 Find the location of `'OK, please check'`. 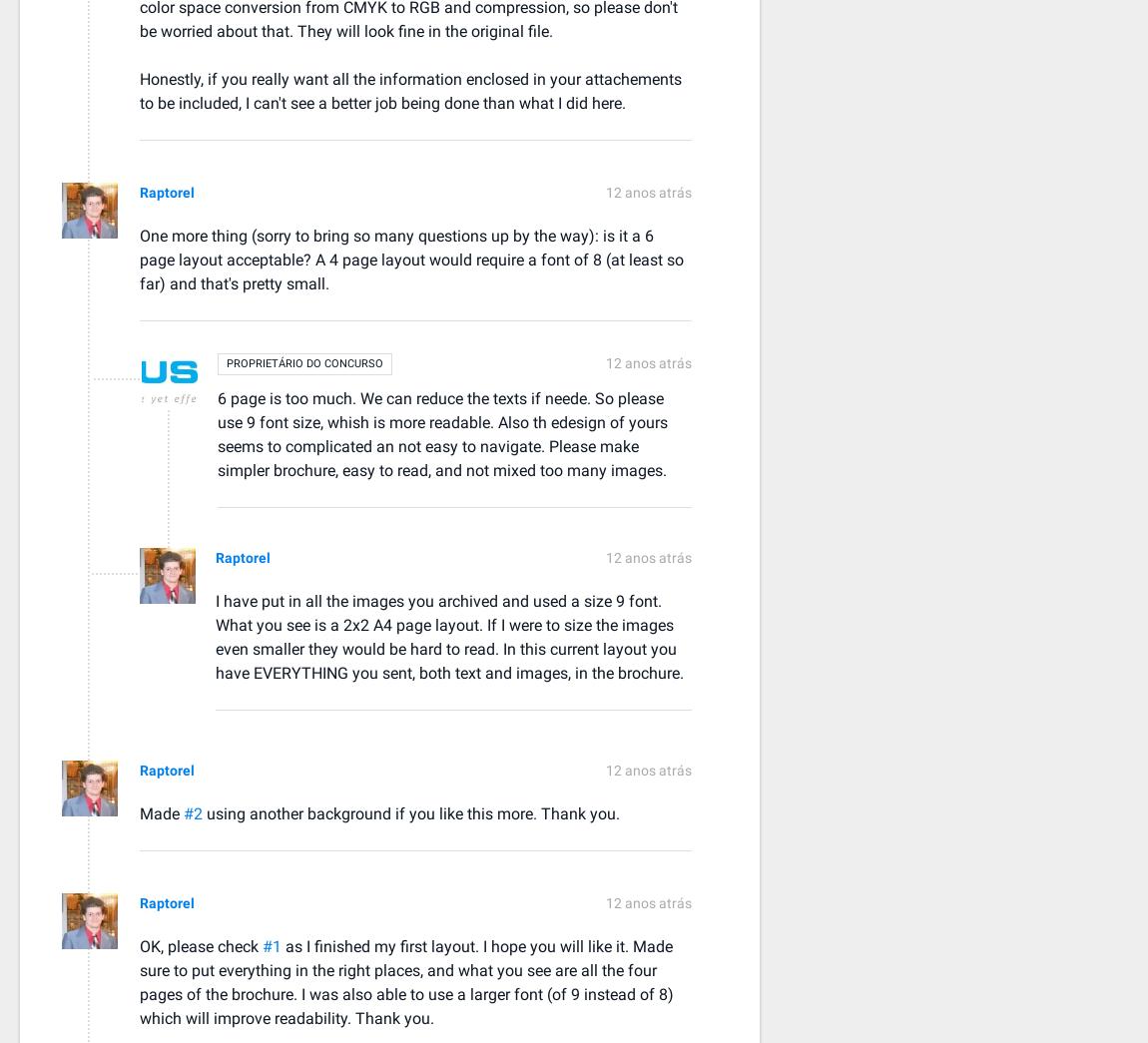

'OK, please check' is located at coordinates (138, 944).